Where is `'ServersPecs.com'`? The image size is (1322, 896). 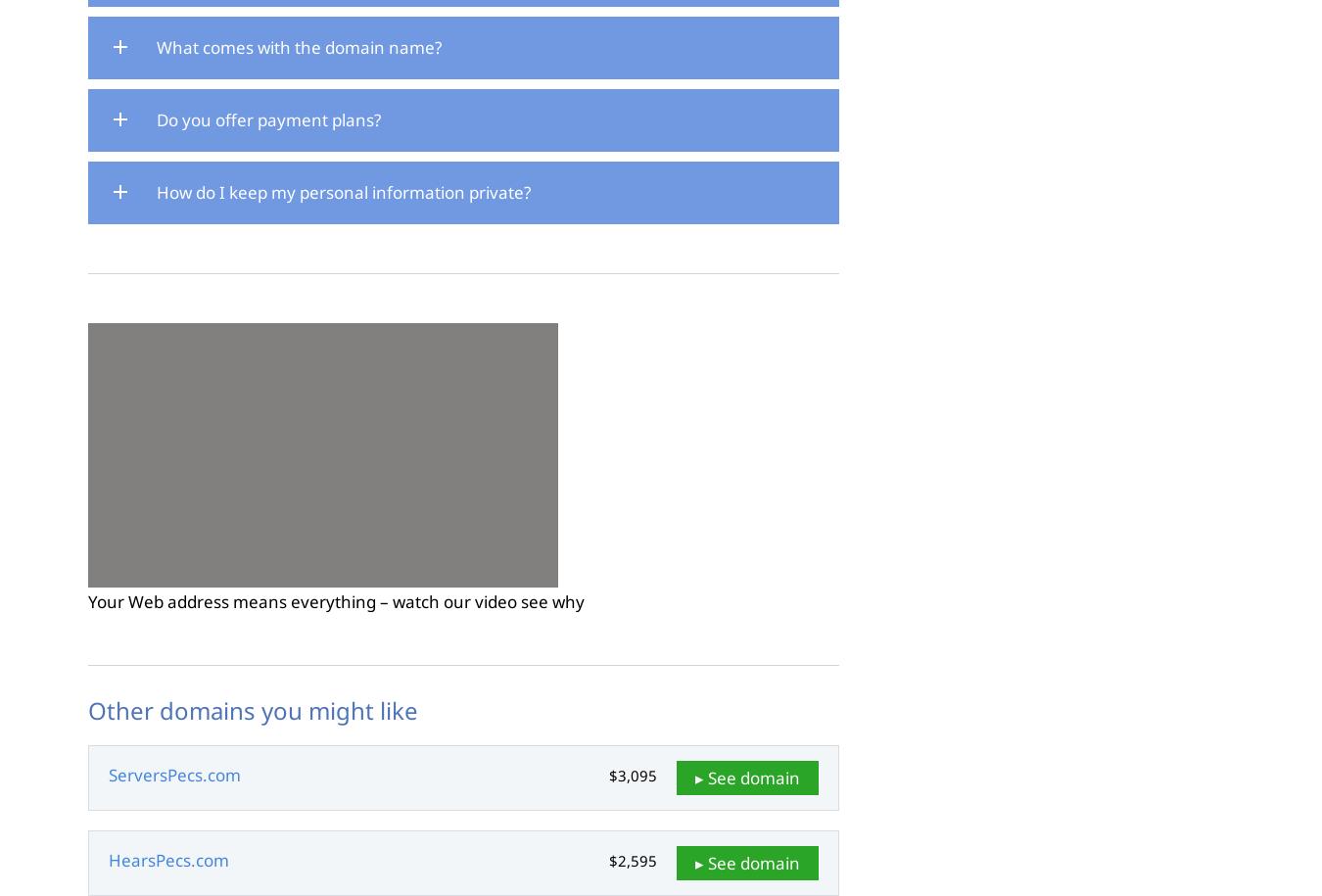
'ServersPecs.com' is located at coordinates (174, 774).